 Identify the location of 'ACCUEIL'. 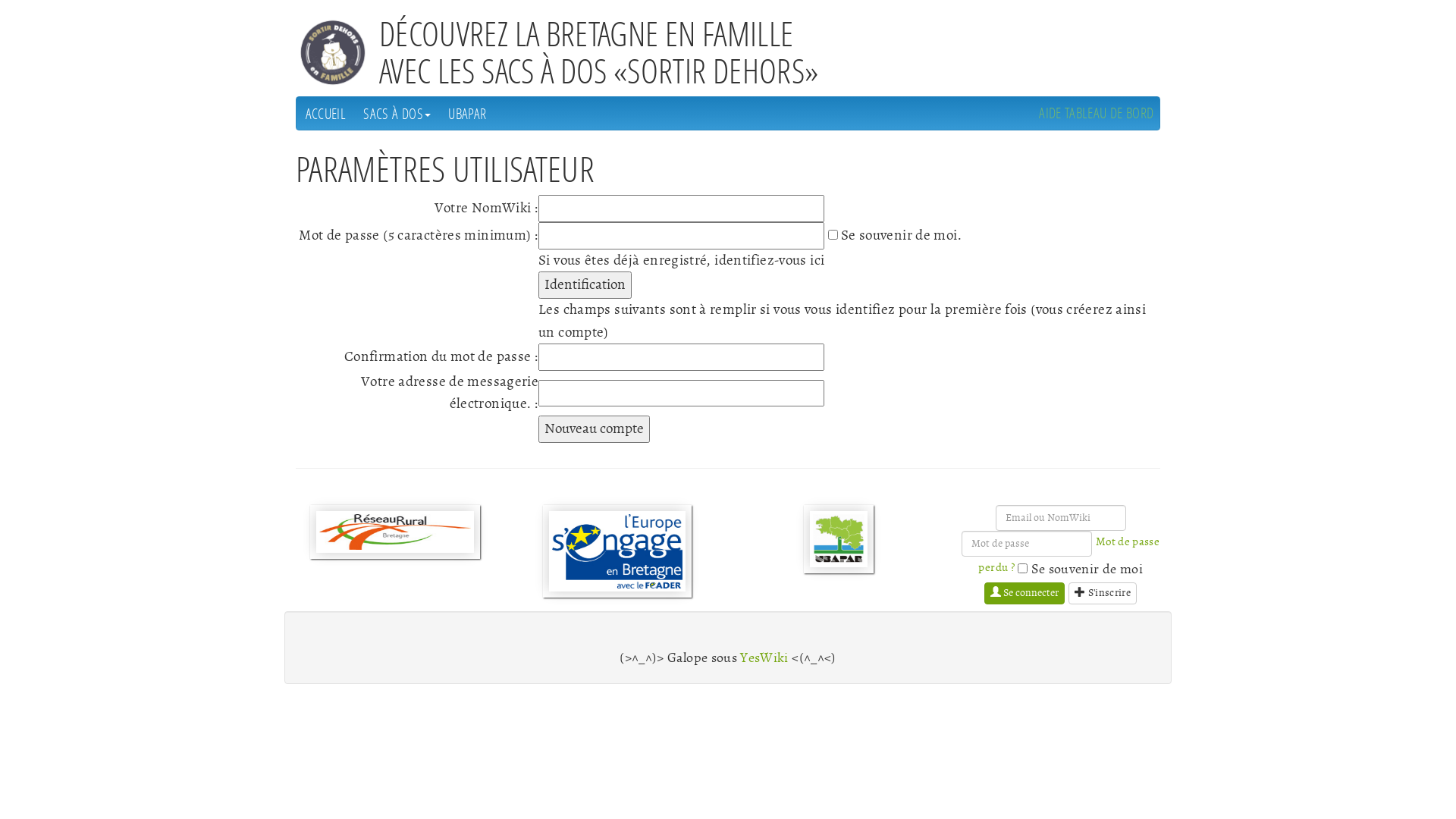
(296, 112).